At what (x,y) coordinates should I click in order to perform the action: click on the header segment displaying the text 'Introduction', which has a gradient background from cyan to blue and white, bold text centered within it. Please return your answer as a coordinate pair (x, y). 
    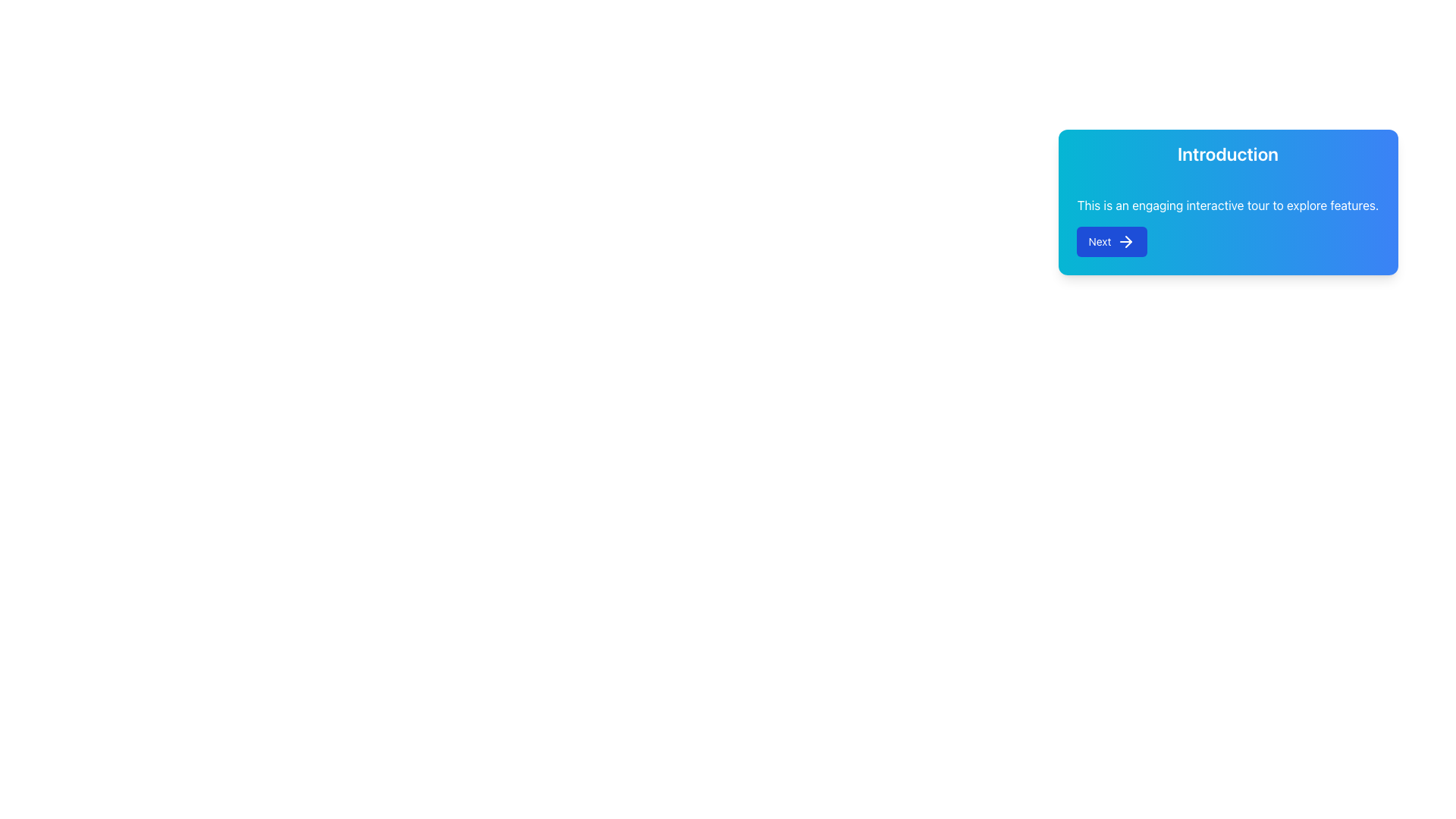
    Looking at the image, I should click on (1228, 154).